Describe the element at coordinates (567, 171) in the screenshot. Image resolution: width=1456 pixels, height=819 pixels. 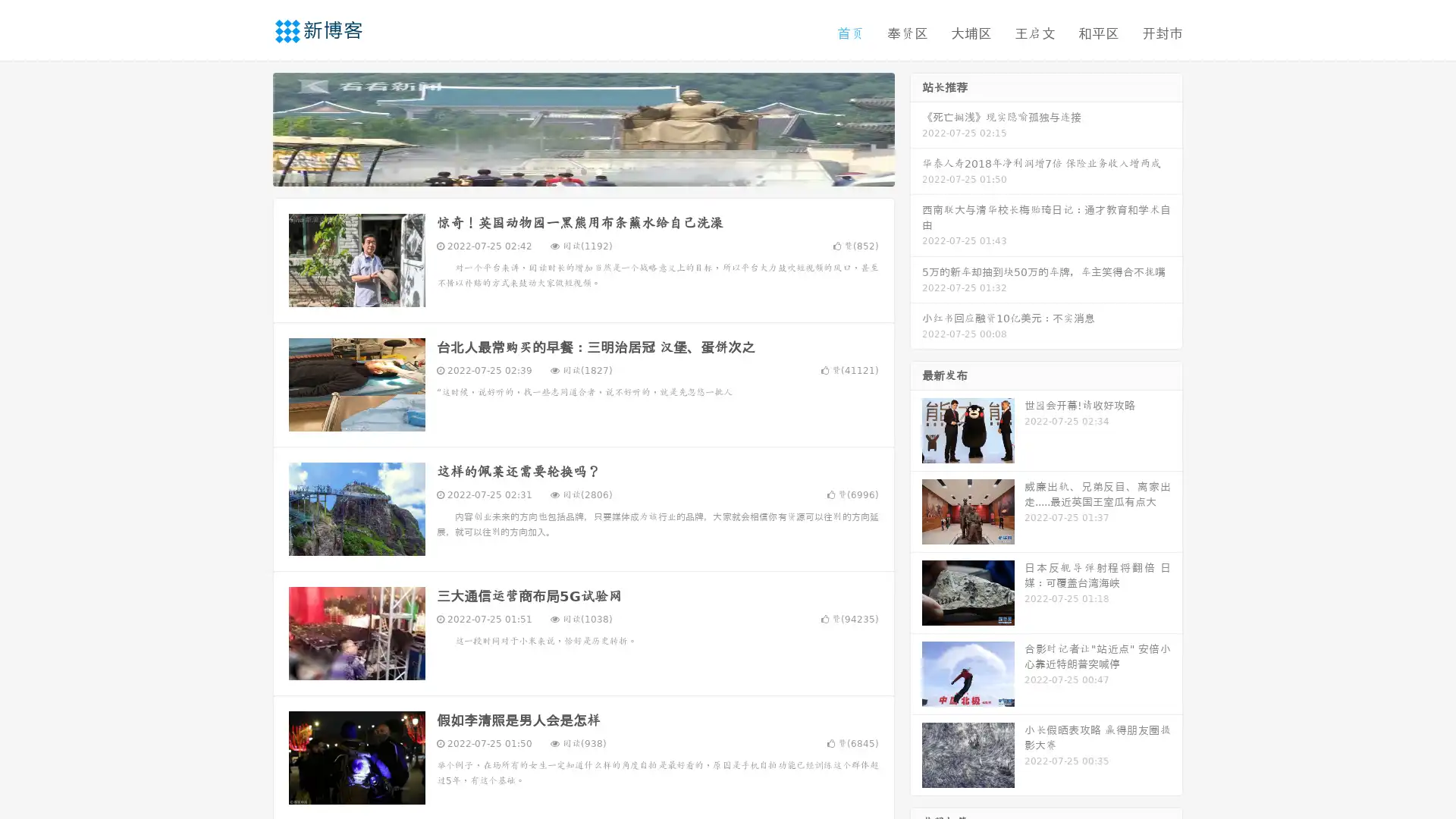
I see `Go to slide 1` at that location.